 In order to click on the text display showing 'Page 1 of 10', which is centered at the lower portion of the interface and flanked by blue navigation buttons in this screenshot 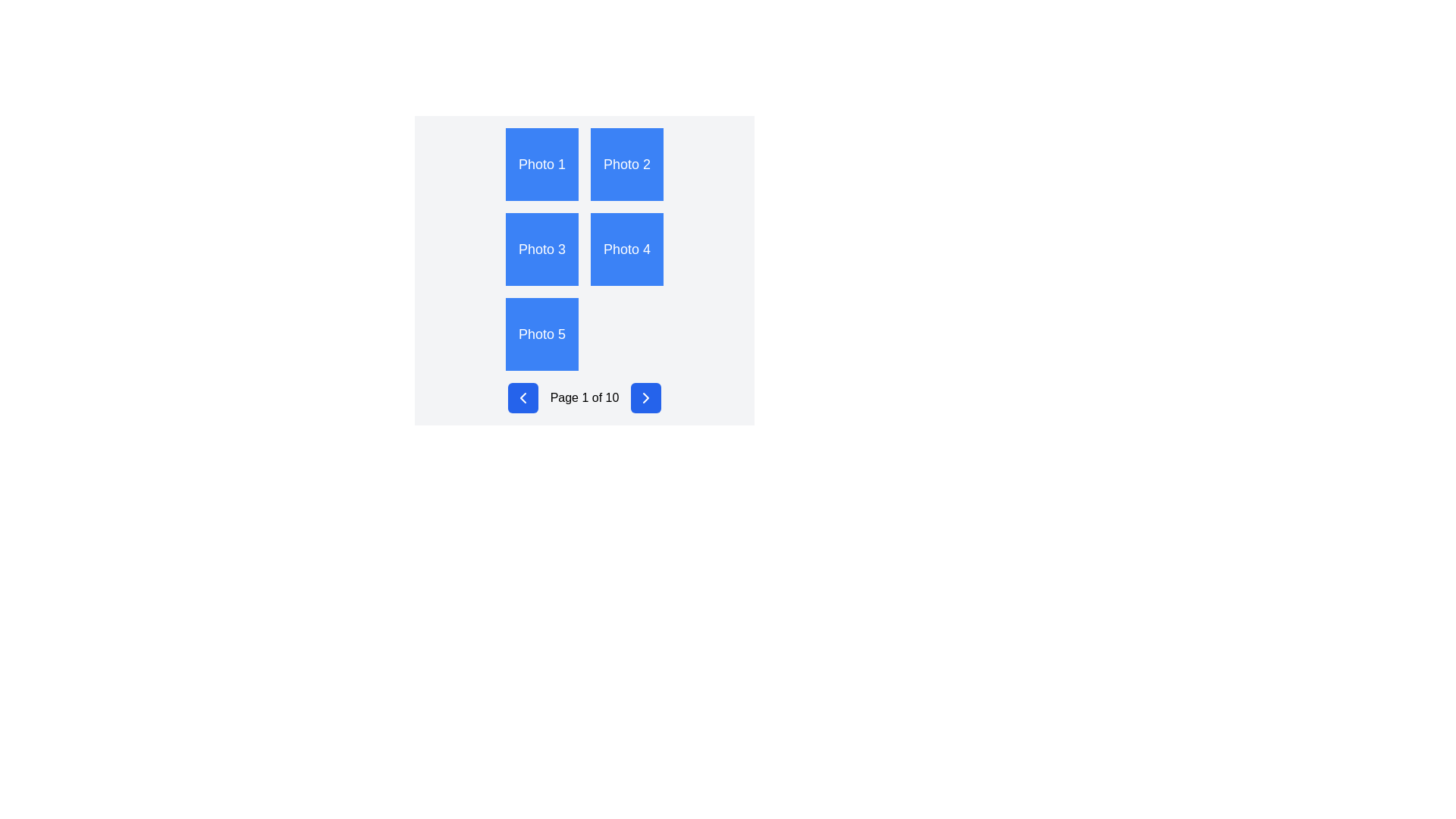, I will do `click(584, 397)`.